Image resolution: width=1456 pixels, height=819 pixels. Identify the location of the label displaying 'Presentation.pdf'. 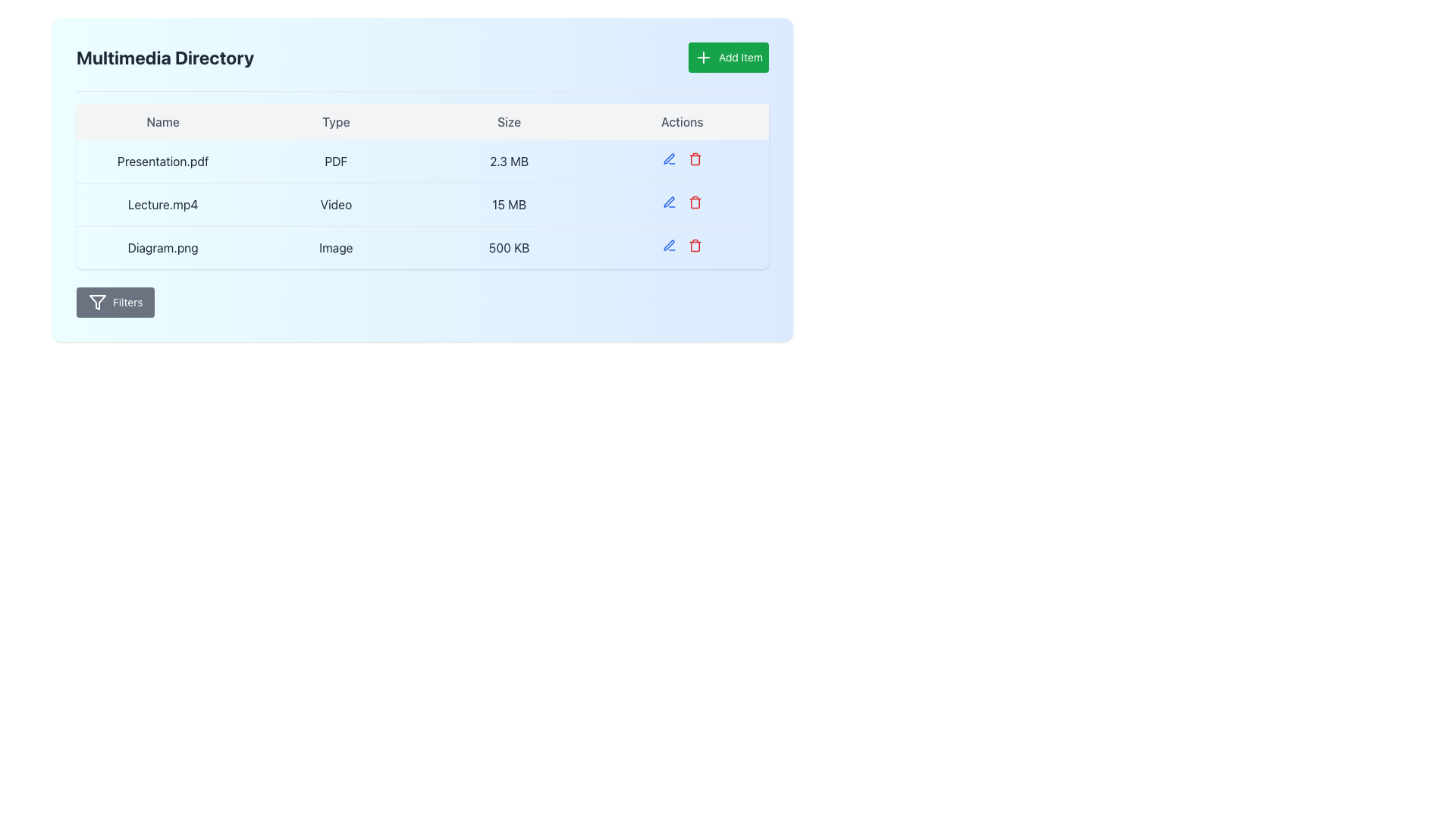
(163, 161).